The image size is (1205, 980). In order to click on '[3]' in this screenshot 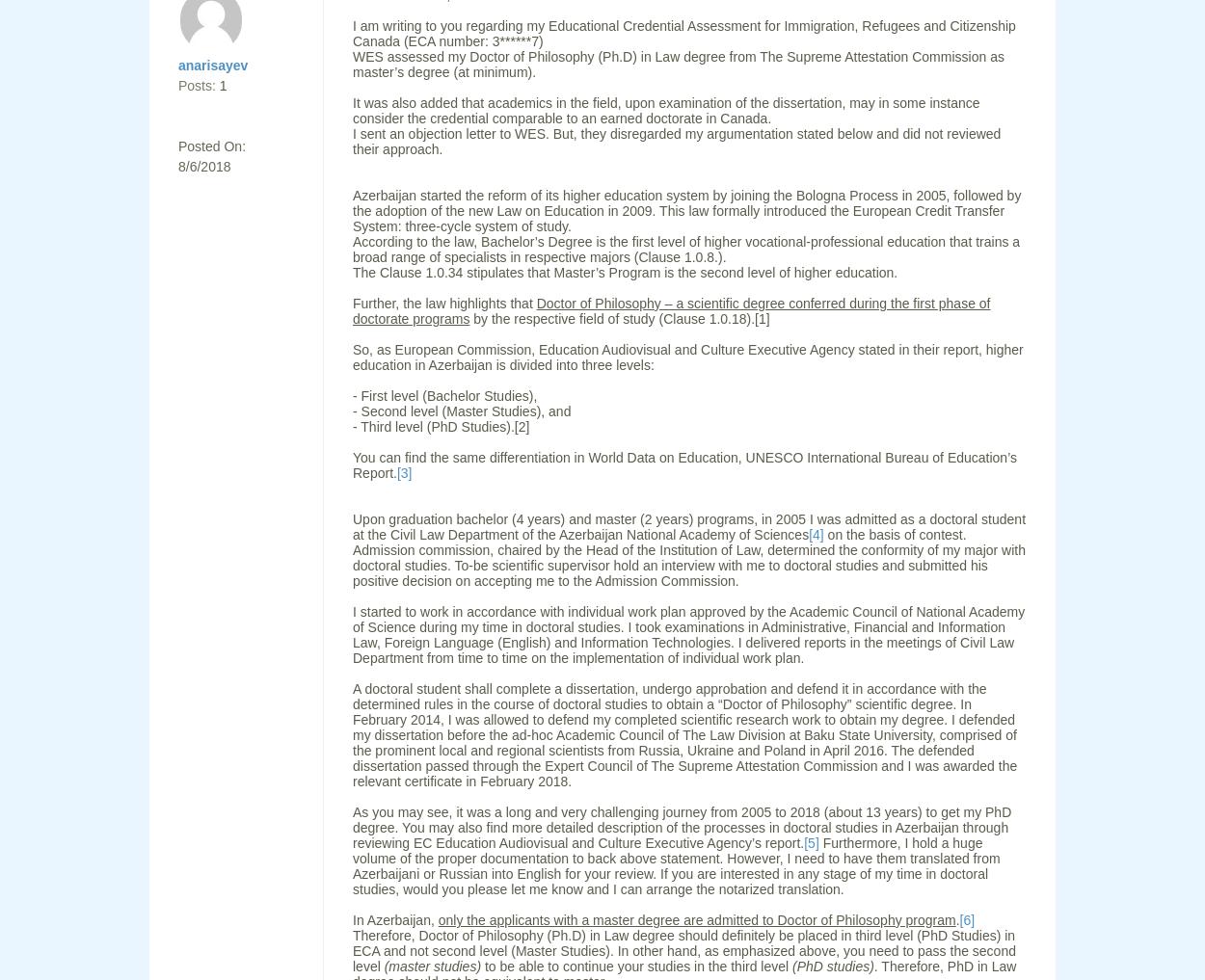, I will do `click(404, 472)`.